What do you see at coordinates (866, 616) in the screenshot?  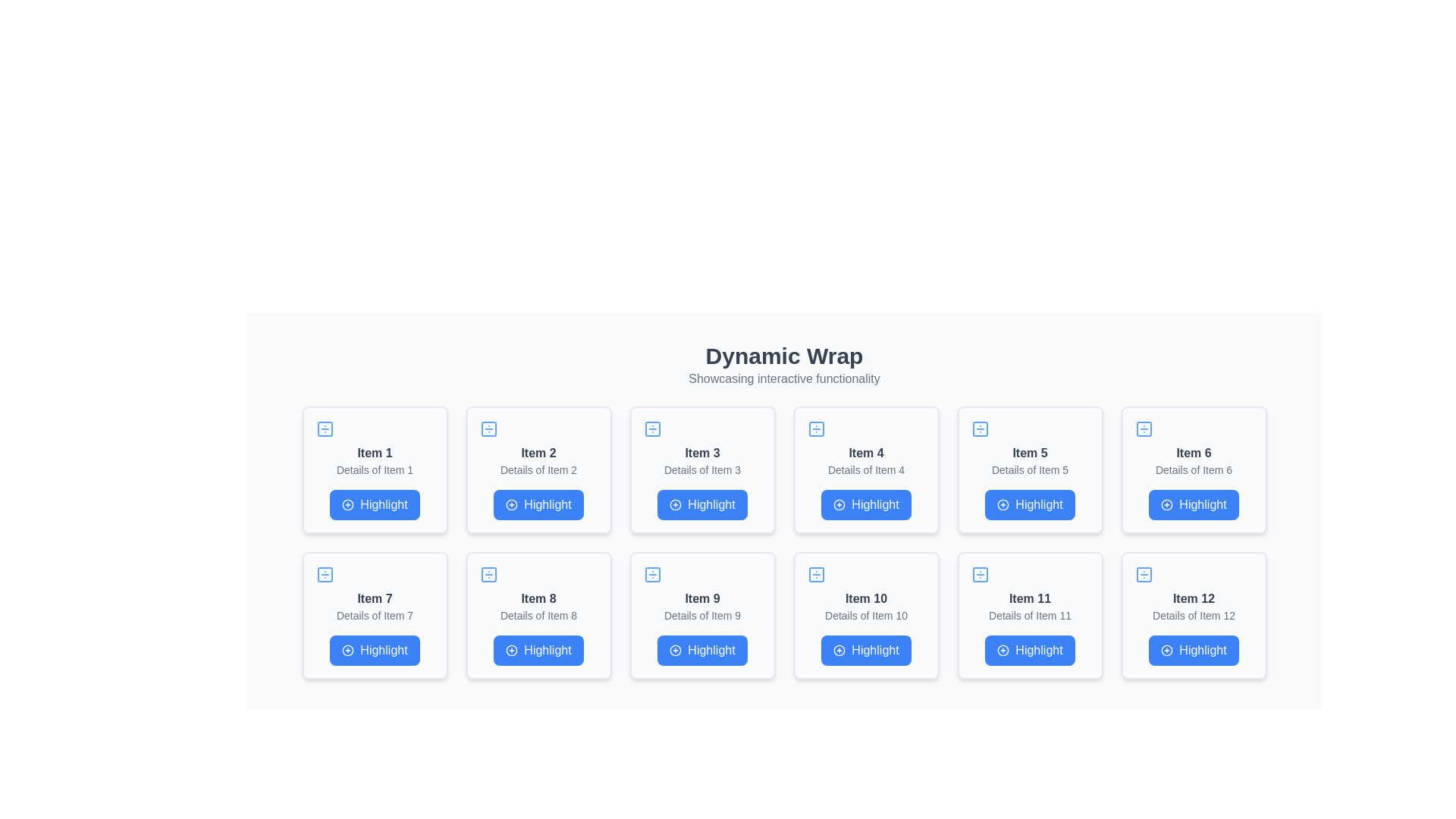 I see `the 'Highlight' button on the interactive card labeled 'Item 10', which is located in the second row of a grid layout, specifically the fourth card from the left` at bounding box center [866, 616].